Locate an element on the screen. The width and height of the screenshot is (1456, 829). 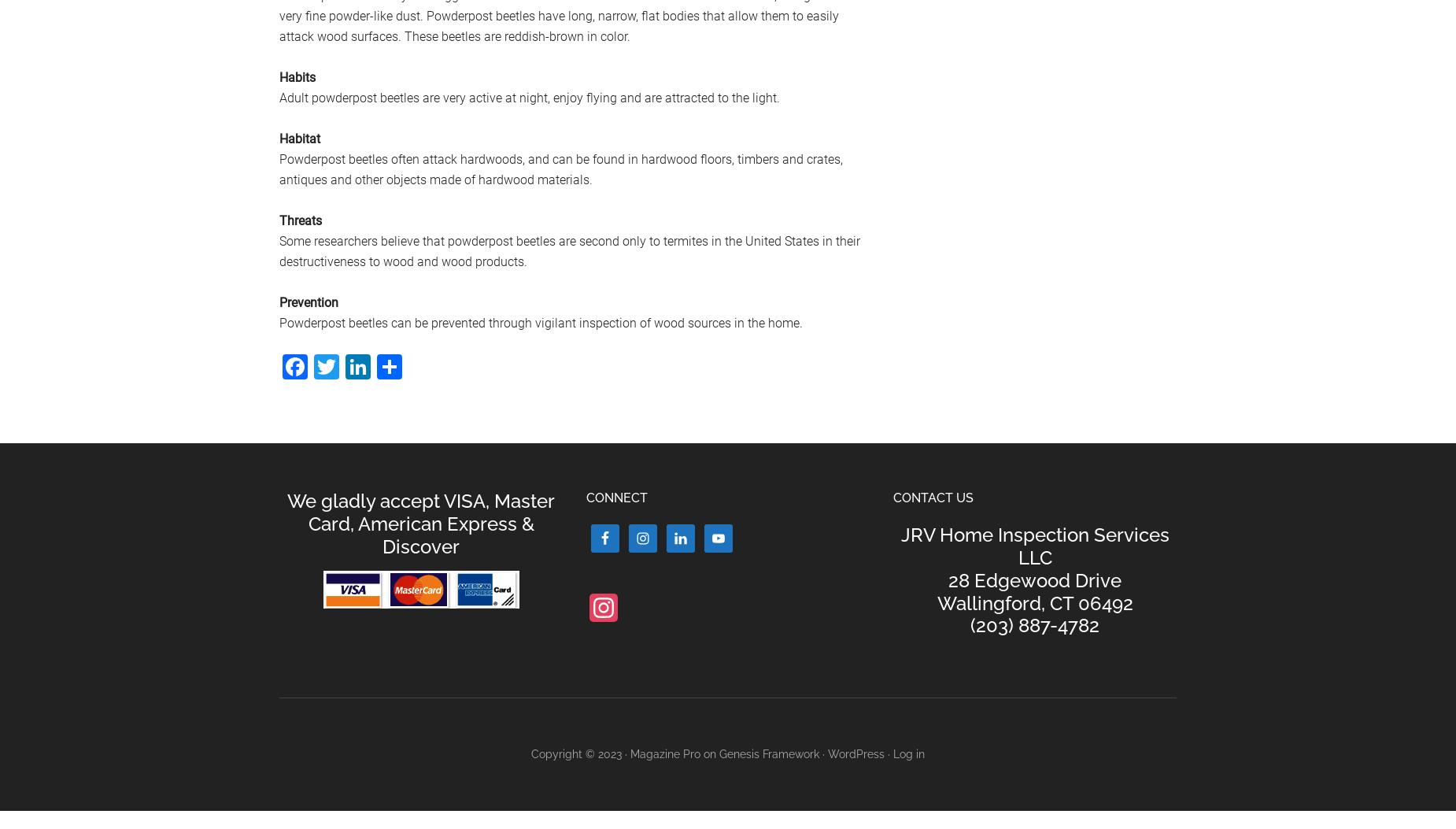
'Magazine Pro' is located at coordinates (665, 754).